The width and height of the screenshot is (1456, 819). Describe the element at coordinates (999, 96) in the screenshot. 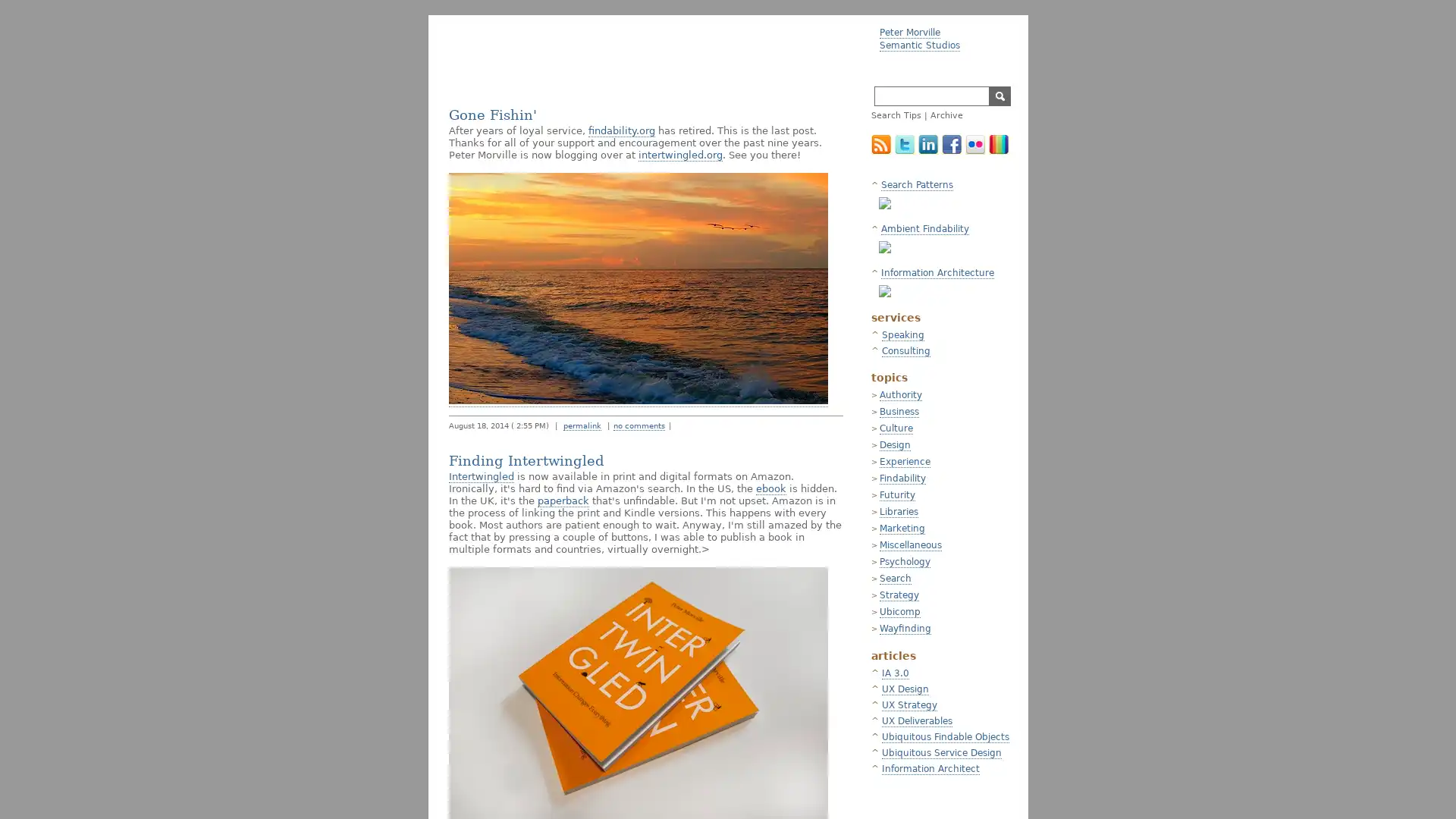

I see `SUBMIT` at that location.